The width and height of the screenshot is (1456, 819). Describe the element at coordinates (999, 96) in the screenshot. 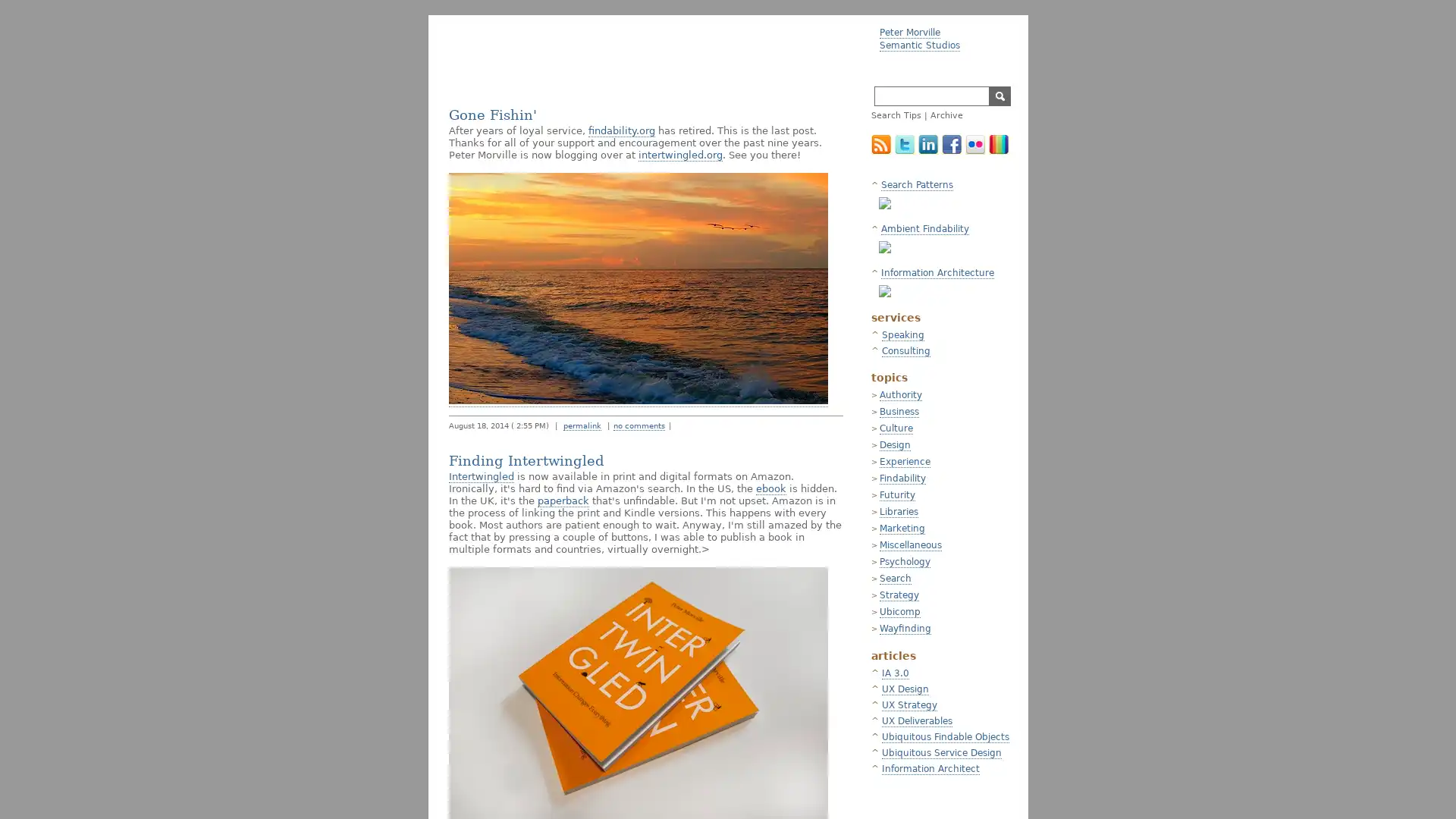

I see `SUBMIT` at that location.